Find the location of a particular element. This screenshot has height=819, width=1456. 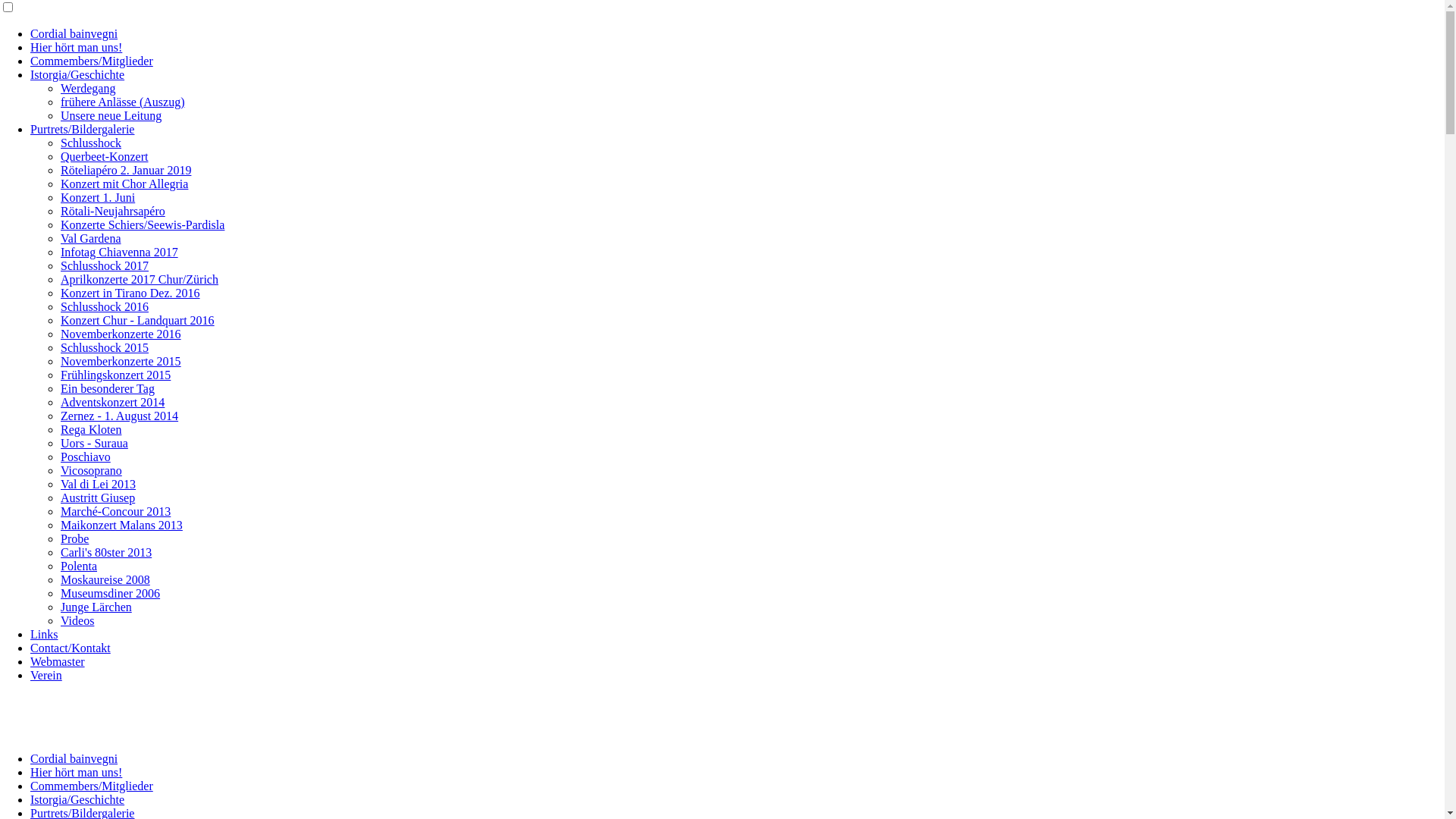

'Maikonzert Malans 2013' is located at coordinates (121, 524).